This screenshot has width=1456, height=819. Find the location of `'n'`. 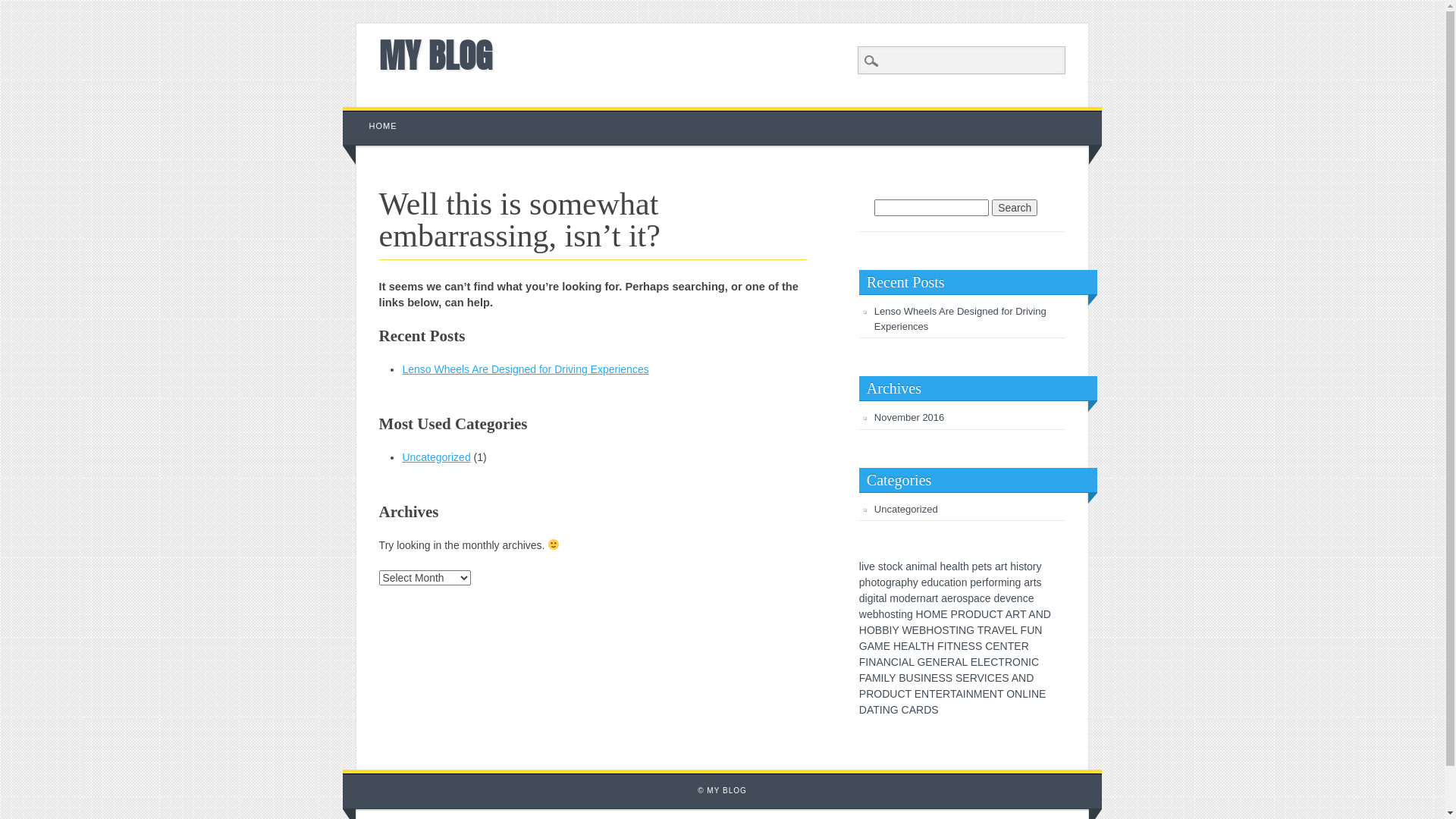

'n' is located at coordinates (913, 566).